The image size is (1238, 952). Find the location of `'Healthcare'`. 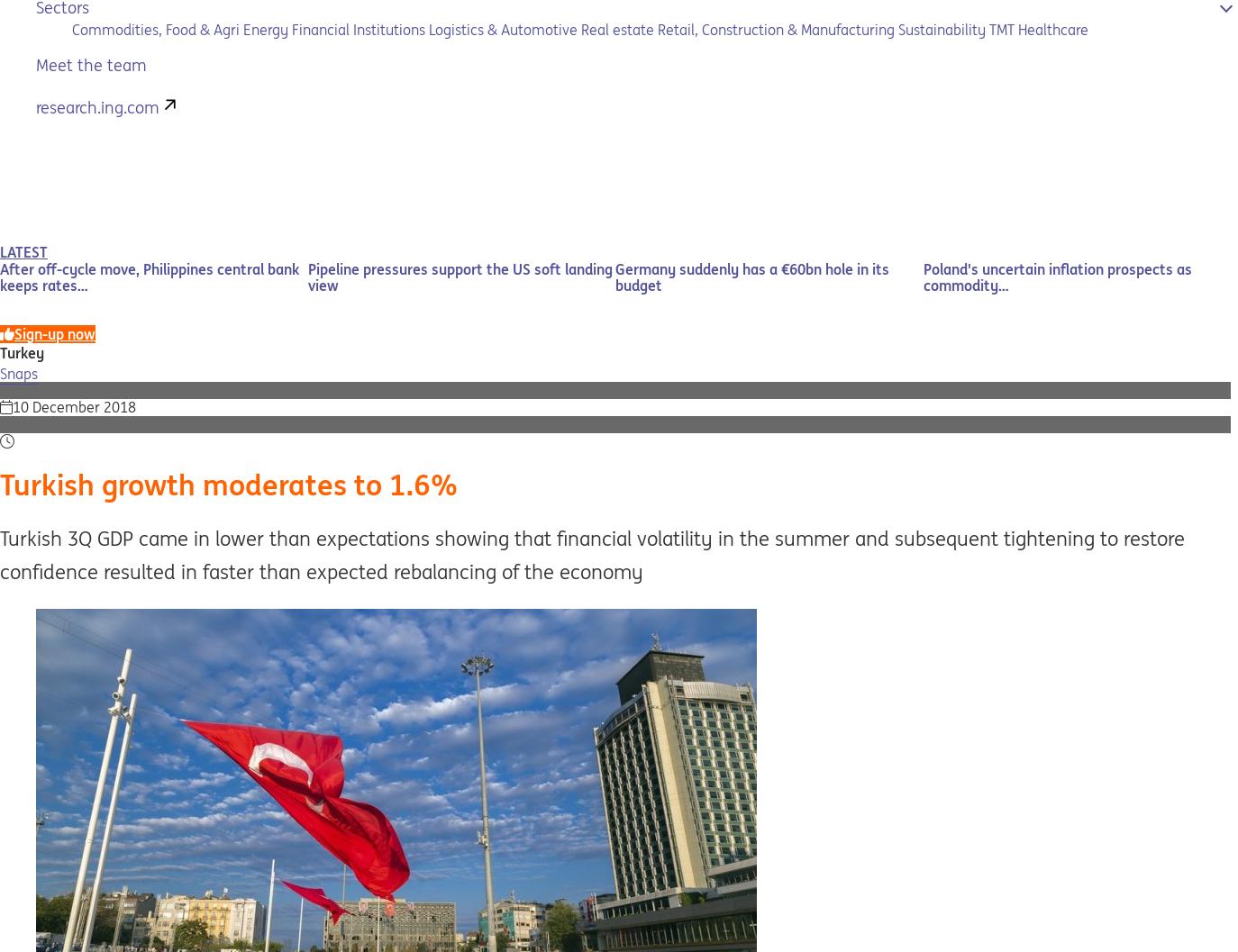

'Healthcare' is located at coordinates (1052, 29).